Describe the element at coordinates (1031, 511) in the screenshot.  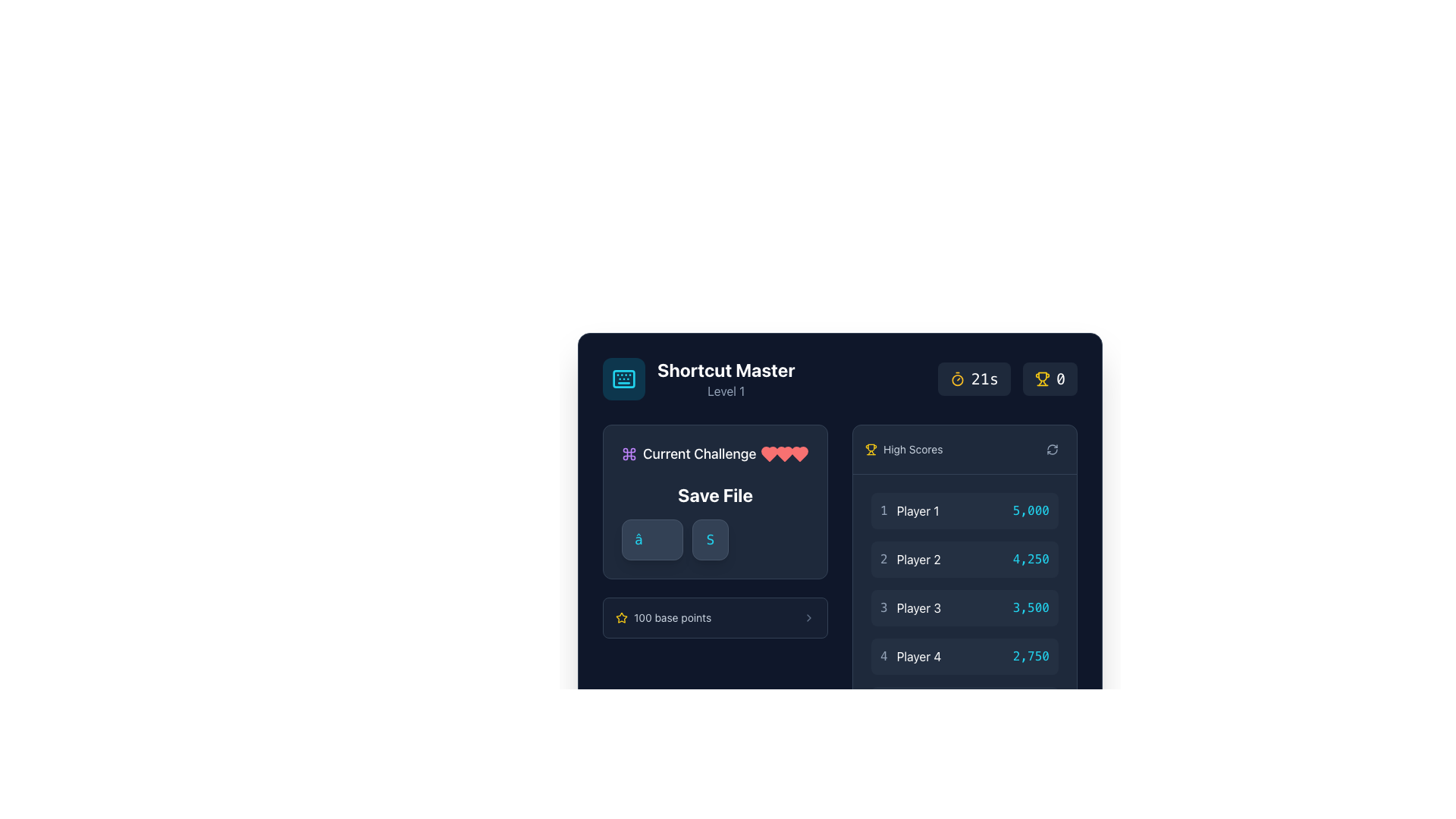
I see `the text label displaying '5,000', which is styled in a monospaced font with a cyan color, located next to 'Player 1' in the 'High Scores' section` at that location.